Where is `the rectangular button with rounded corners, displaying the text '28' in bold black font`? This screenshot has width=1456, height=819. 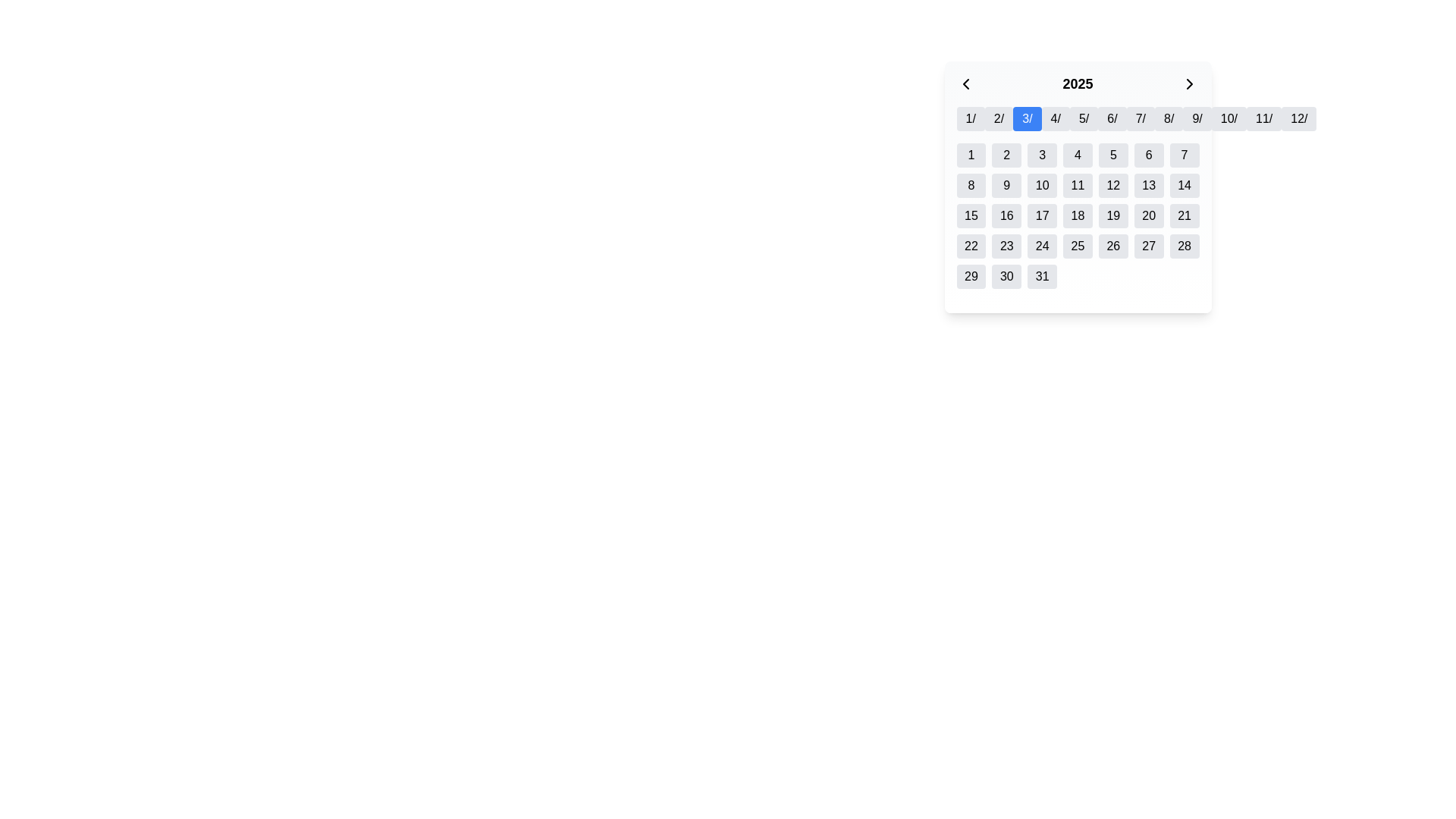 the rectangular button with rounded corners, displaying the text '28' in bold black font is located at coordinates (1184, 245).